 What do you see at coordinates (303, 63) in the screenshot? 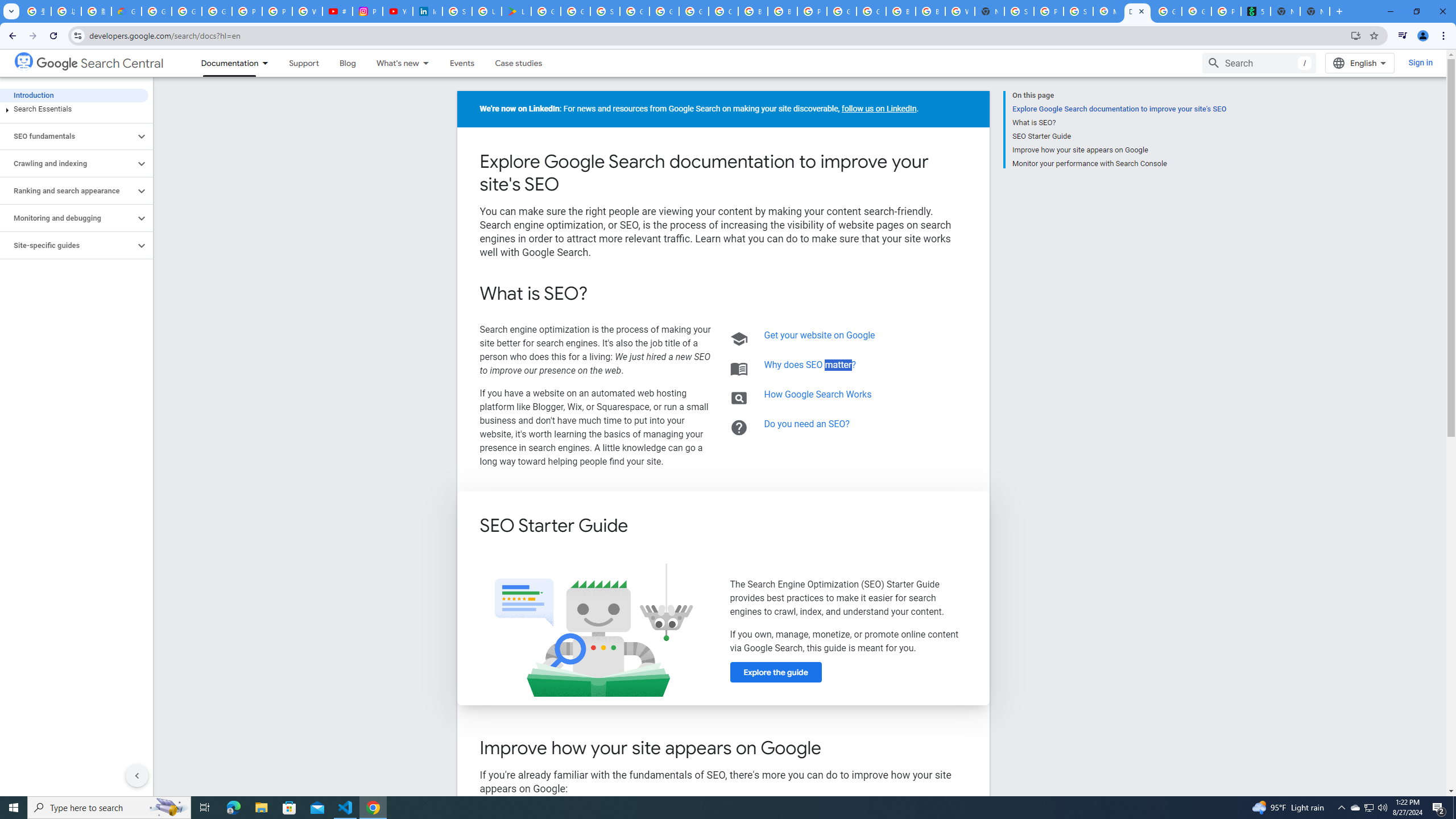
I see `'Support'` at bounding box center [303, 63].